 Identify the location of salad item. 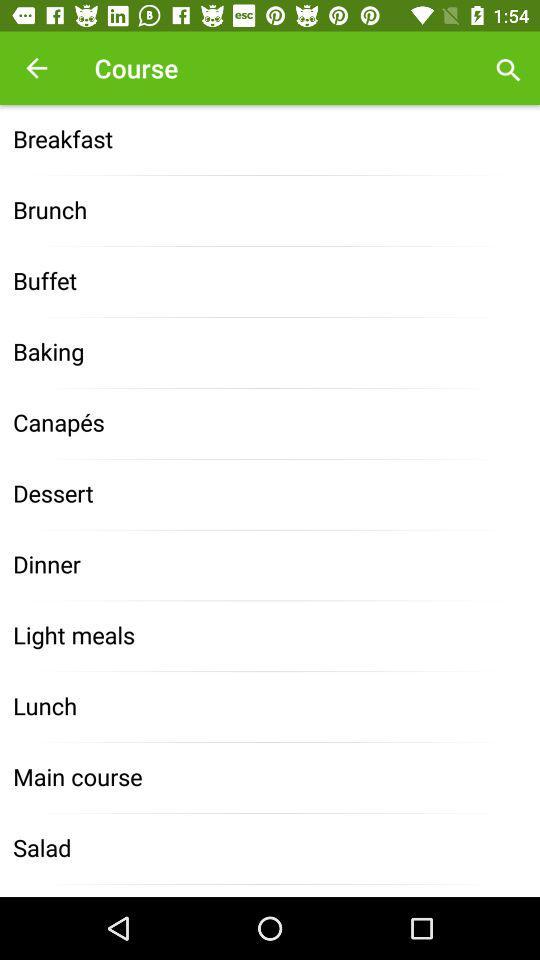
(270, 848).